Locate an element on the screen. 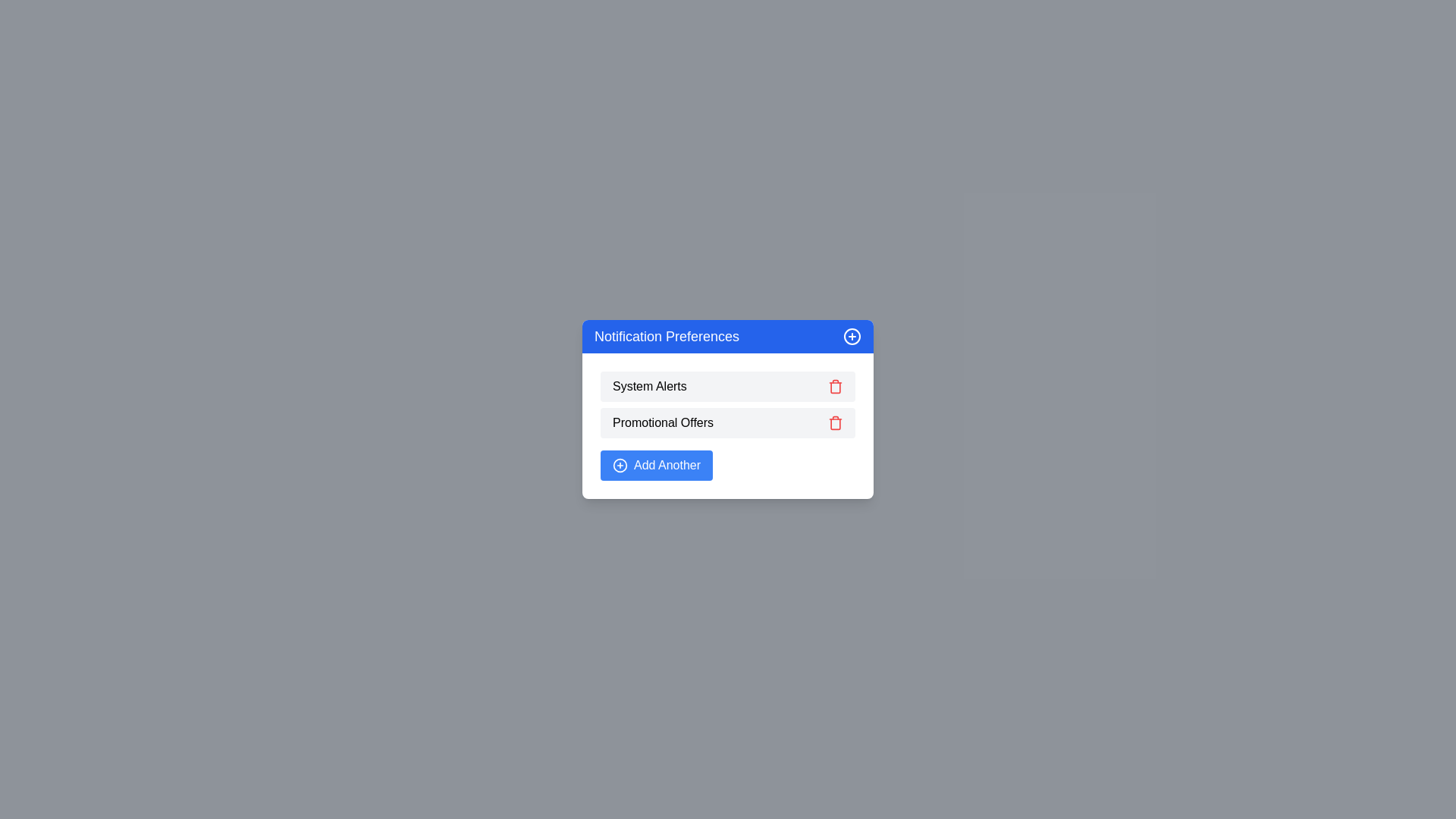 This screenshot has width=1456, height=819. the 'Promotional Offers' text label located in the 'Notification Preferences' section, which is the second list item, displayed in medium-weight black font on a light gray background is located at coordinates (663, 423).